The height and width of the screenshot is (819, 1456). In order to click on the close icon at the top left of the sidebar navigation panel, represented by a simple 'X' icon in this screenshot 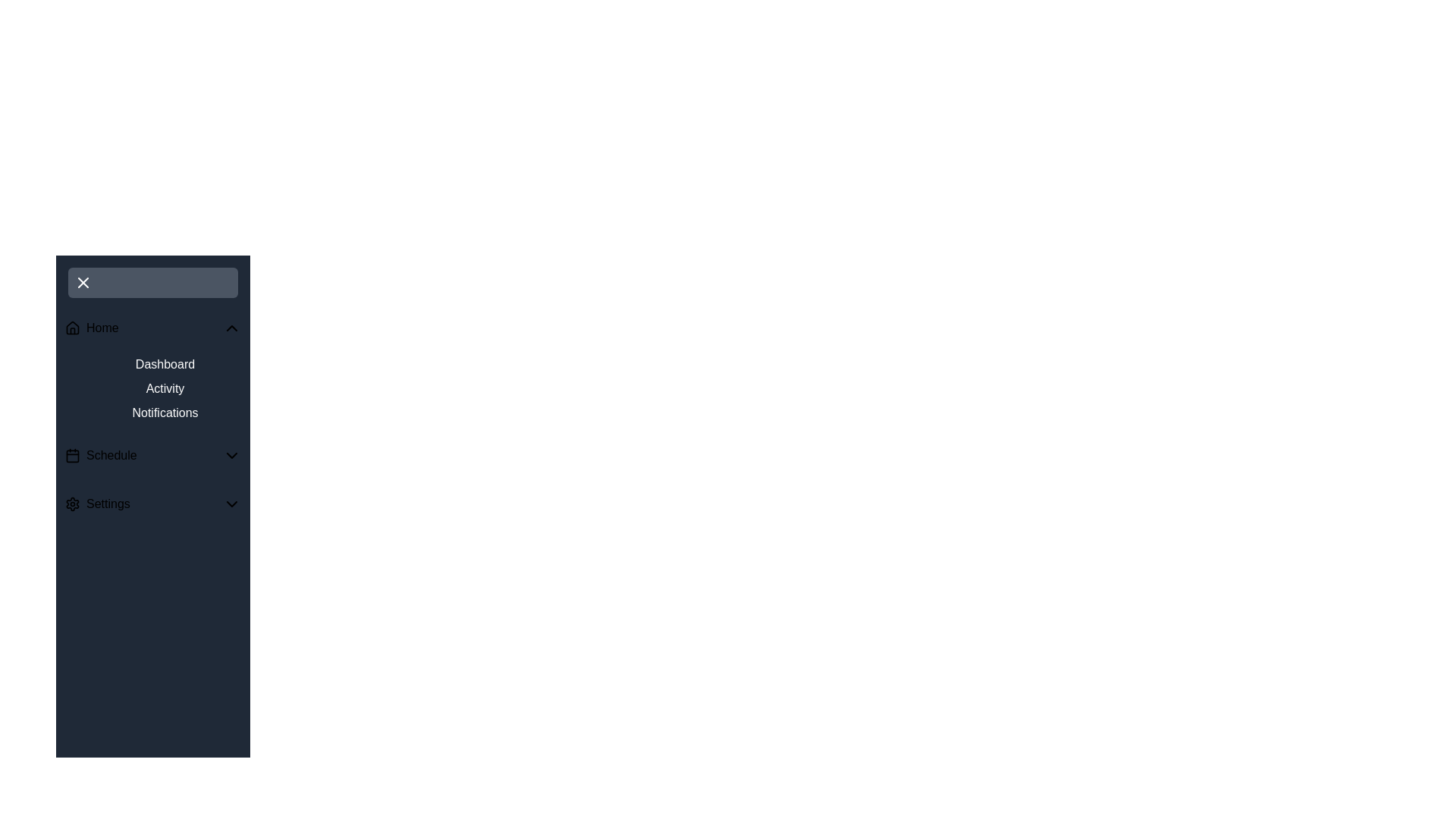, I will do `click(83, 283)`.